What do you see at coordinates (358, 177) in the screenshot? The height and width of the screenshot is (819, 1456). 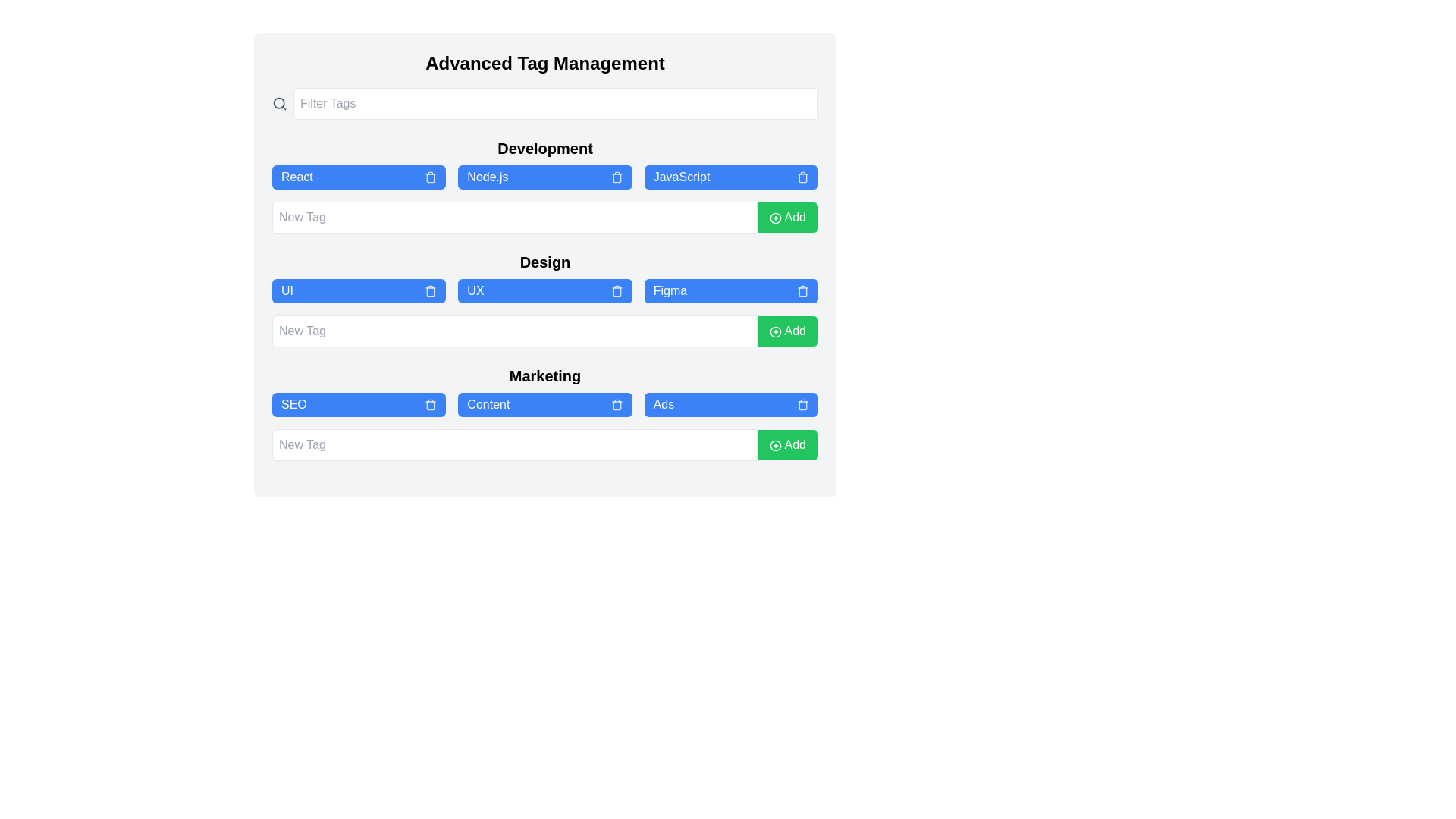 I see `the 'React' tag button located in the 'Development' section` at bounding box center [358, 177].